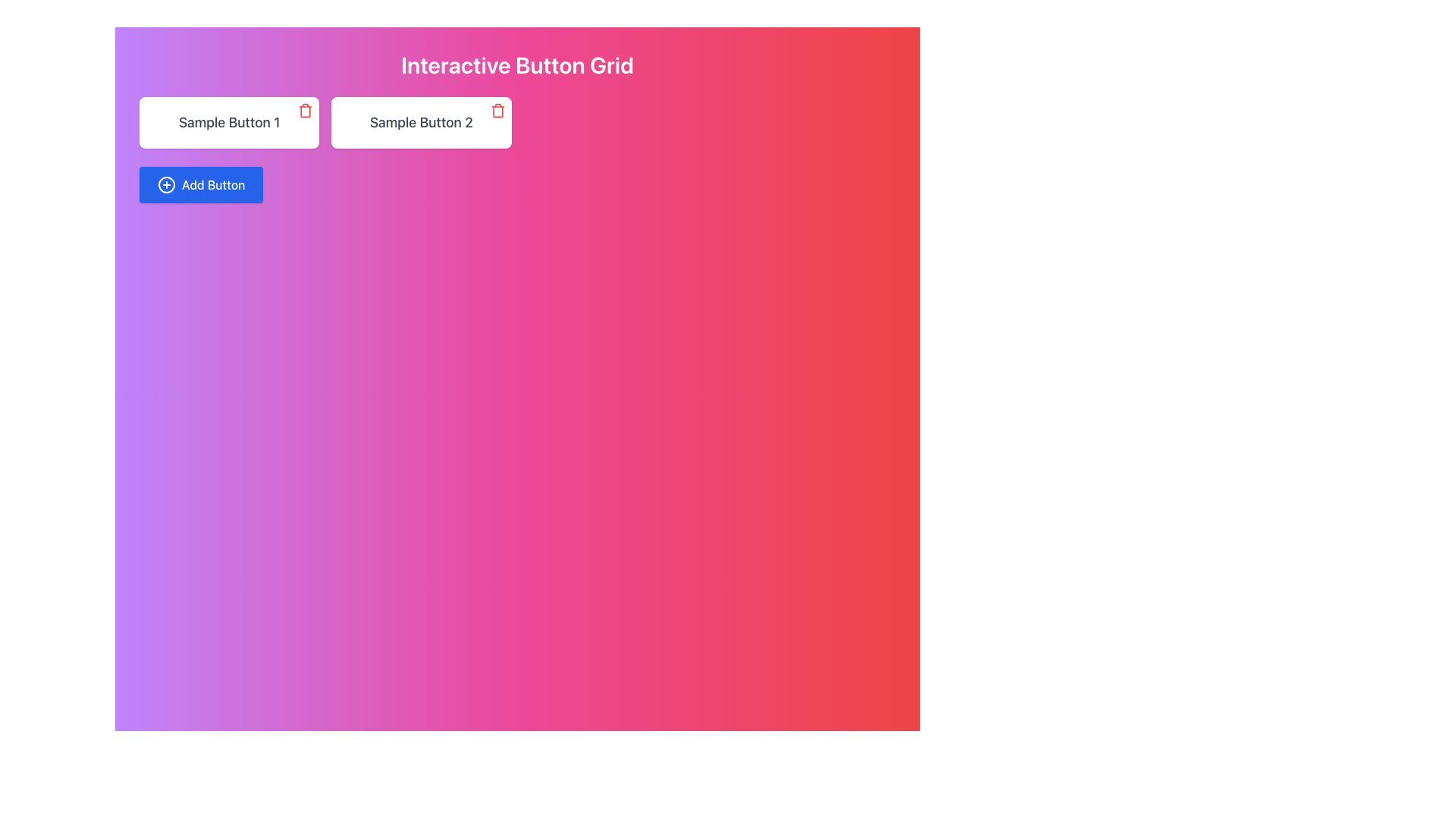 This screenshot has width=1456, height=819. Describe the element at coordinates (200, 184) in the screenshot. I see `the blue rectangular button labeled 'Add Button' with a '+' icon to initiate the add action` at that location.